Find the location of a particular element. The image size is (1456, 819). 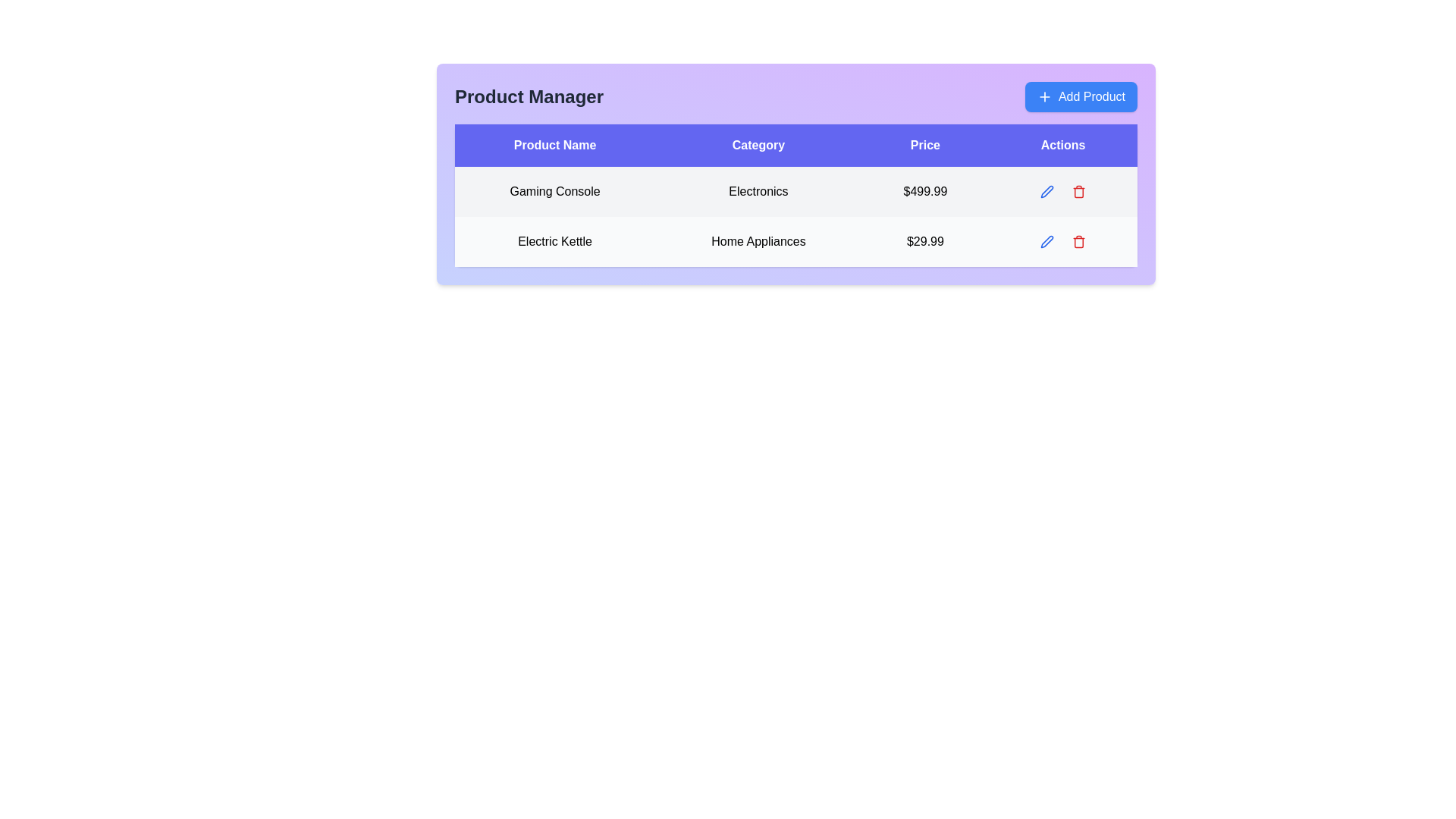

product details from the first row of the table, which includes the product name, category, price, and actions is located at coordinates (795, 191).